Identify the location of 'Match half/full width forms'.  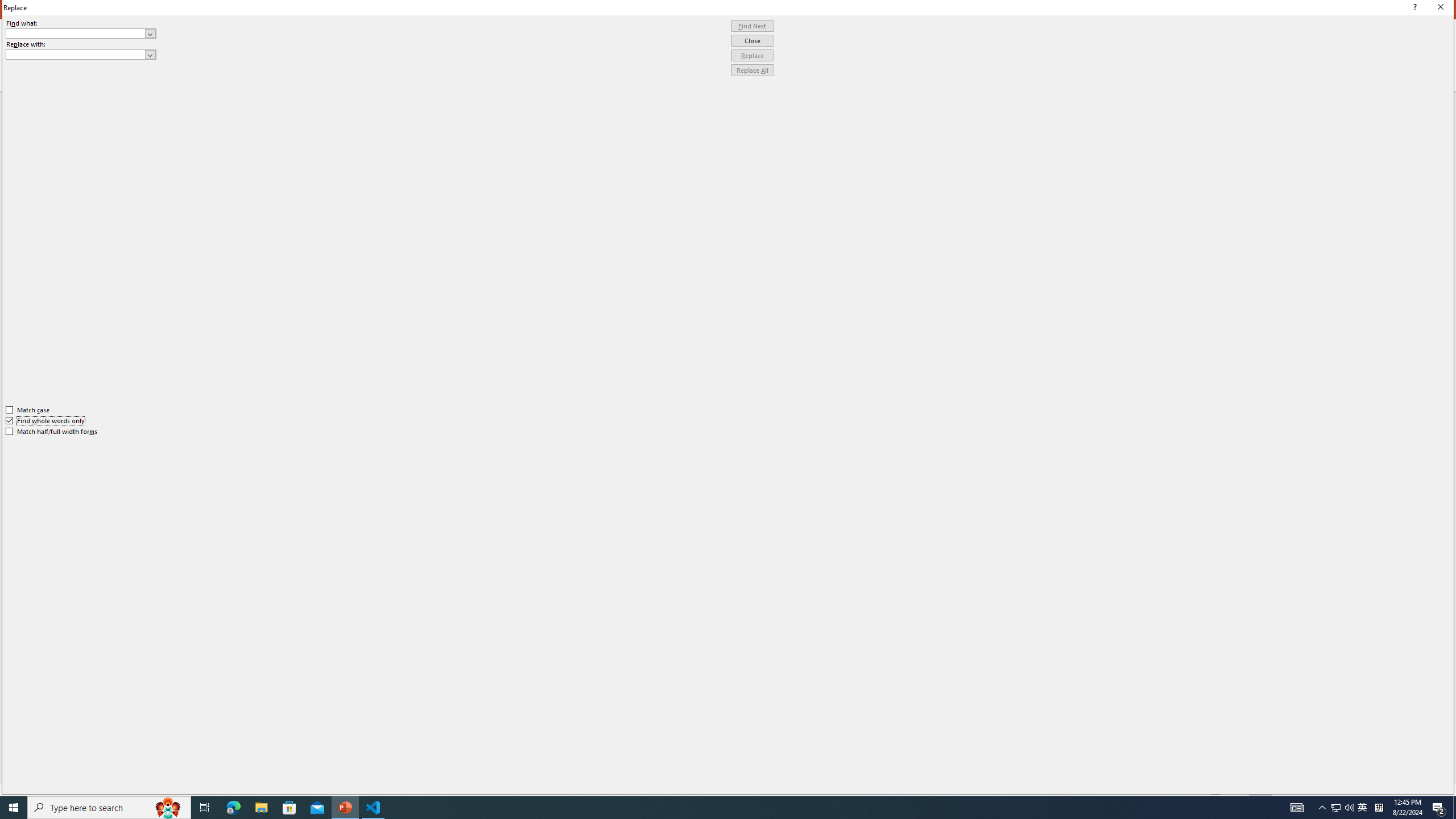
(52, 431).